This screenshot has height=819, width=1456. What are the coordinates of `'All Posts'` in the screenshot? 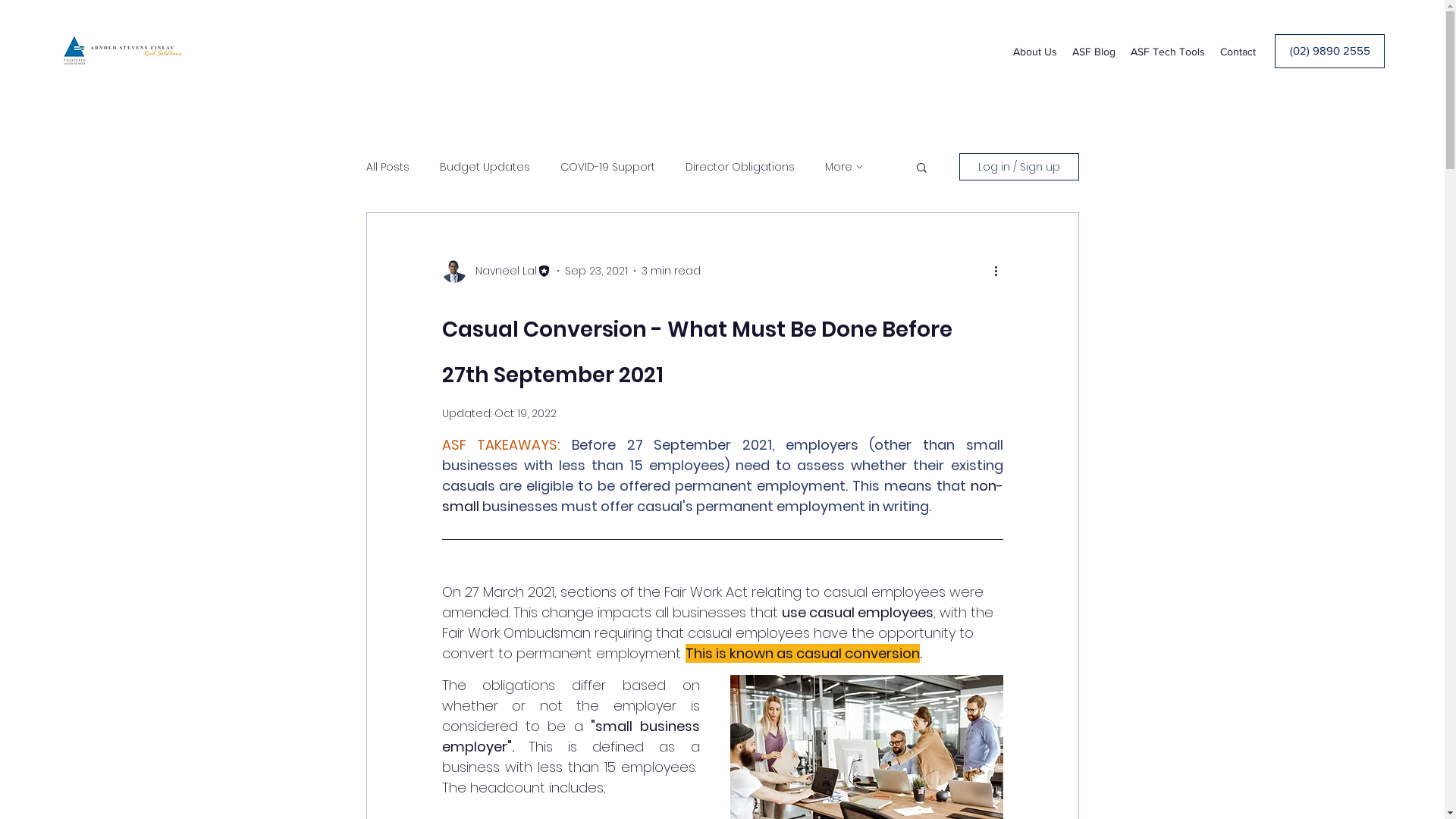 It's located at (387, 167).